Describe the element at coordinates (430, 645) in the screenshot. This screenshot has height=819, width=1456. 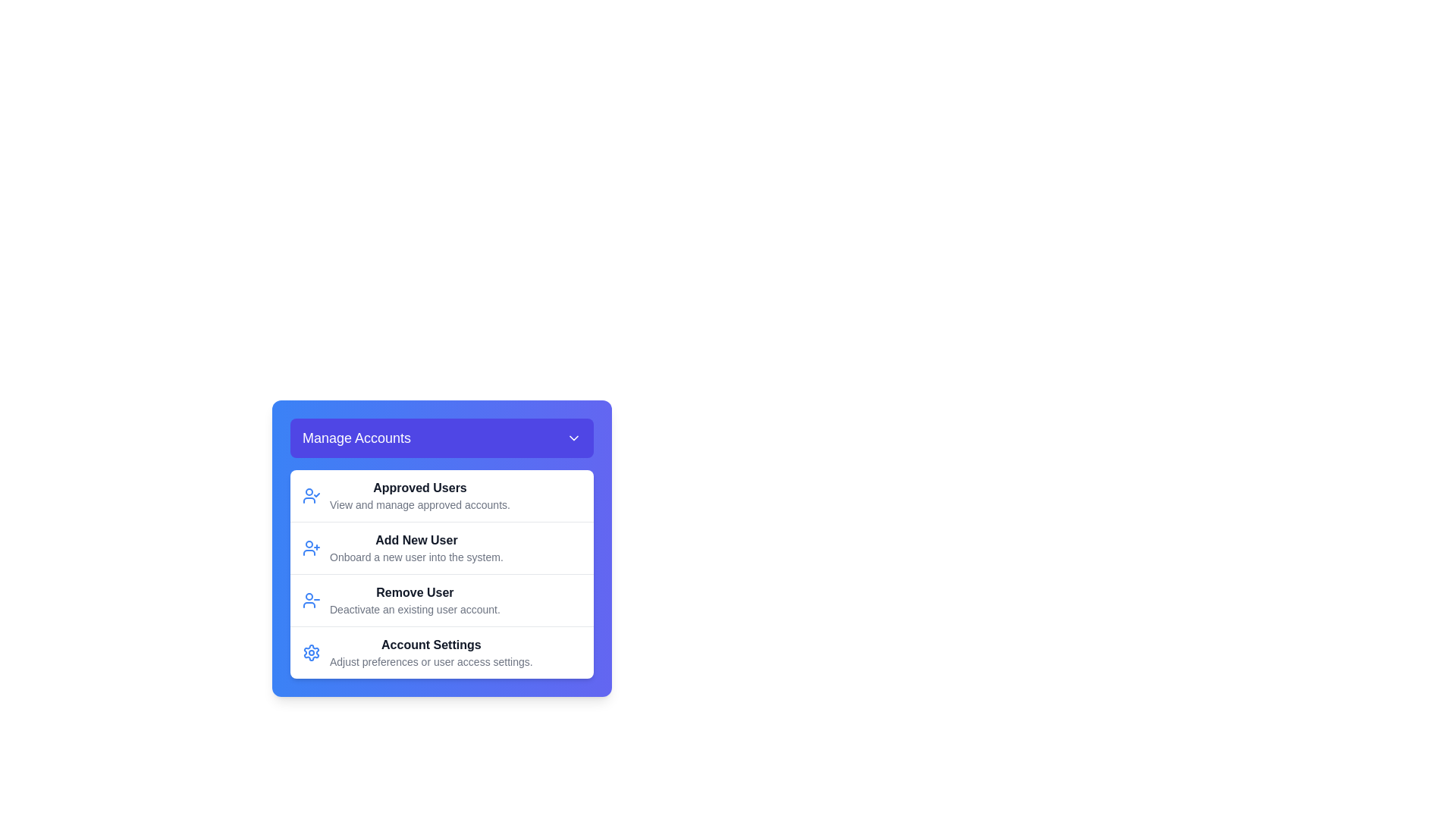
I see `the bold, dark-gray text label reading 'Account Settings' located at the bottom of the 'Manage Accounts' menu panel` at that location.